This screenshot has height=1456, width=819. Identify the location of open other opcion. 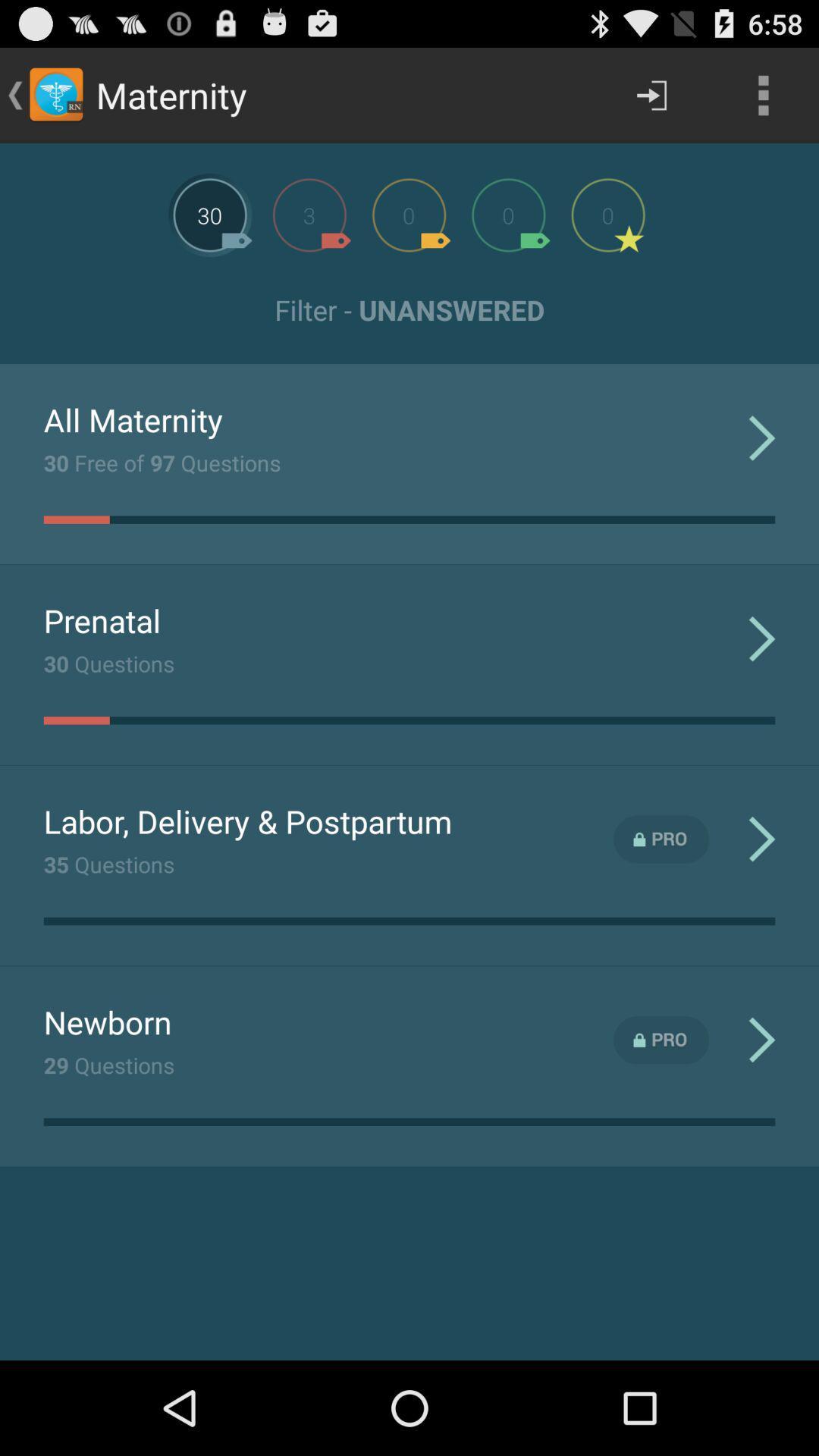
(309, 214).